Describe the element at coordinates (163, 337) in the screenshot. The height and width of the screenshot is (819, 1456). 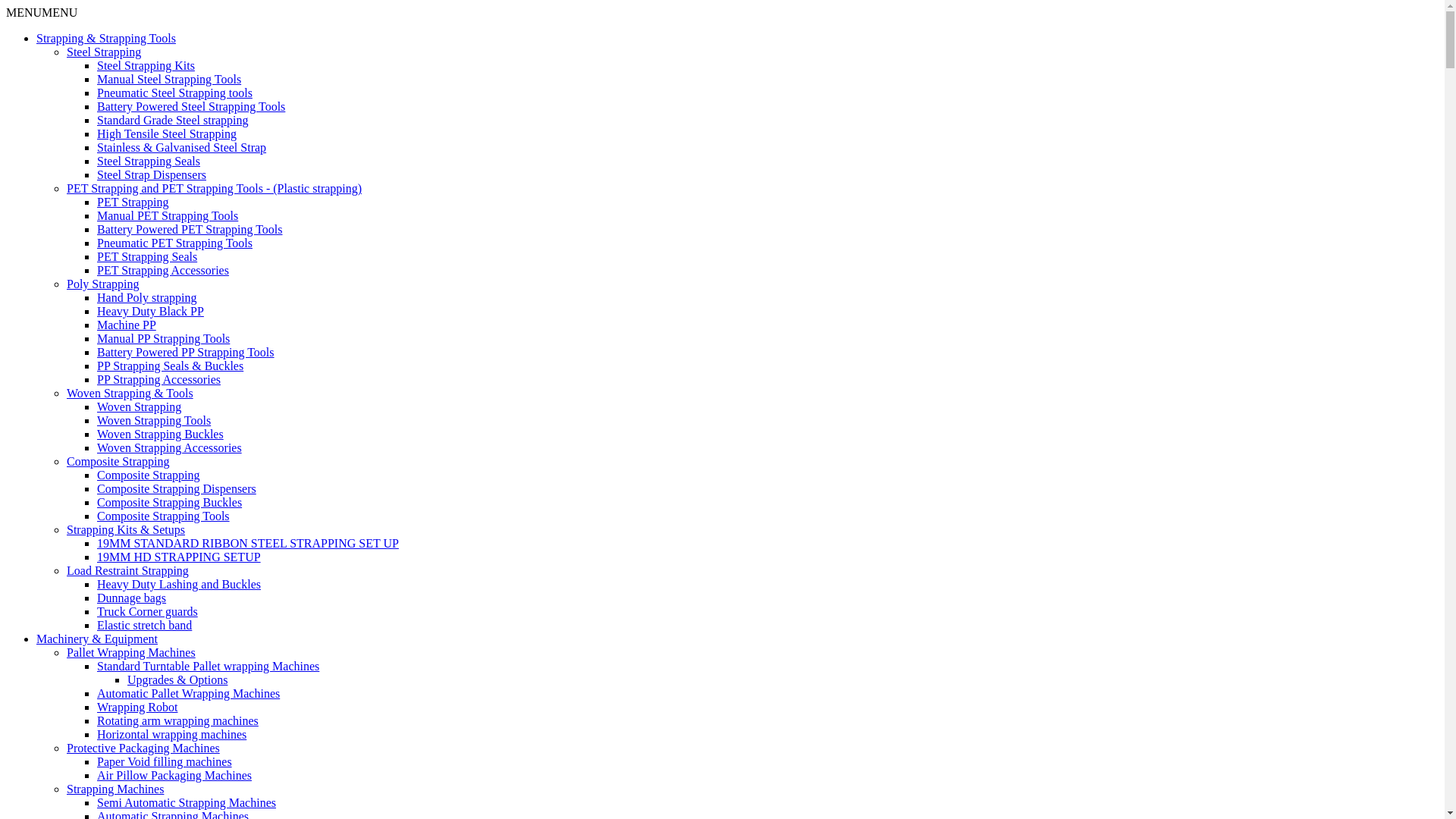
I see `'Manual PP Strapping Tools'` at that location.